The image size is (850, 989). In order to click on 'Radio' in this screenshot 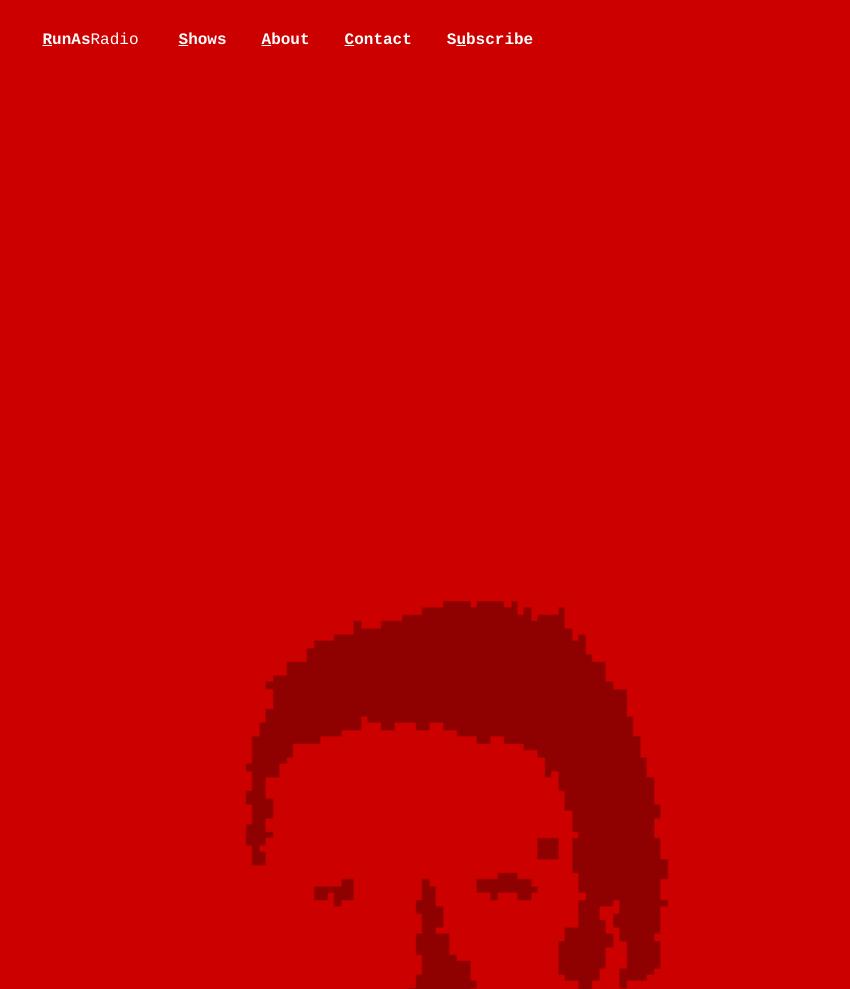, I will do `click(112, 40)`.